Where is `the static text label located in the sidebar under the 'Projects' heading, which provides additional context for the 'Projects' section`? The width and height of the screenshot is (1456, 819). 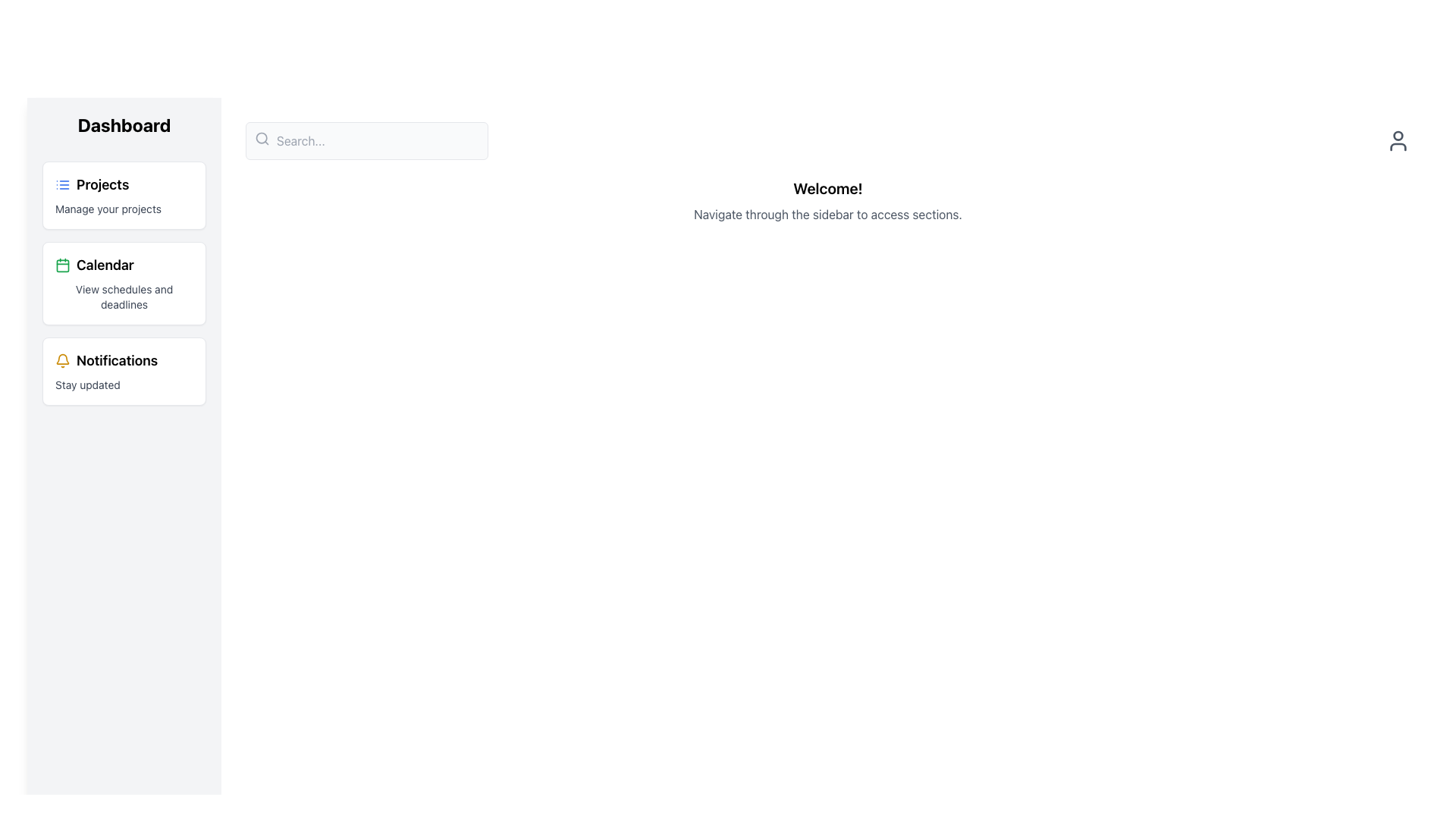
the static text label located in the sidebar under the 'Projects' heading, which provides additional context for the 'Projects' section is located at coordinates (108, 209).